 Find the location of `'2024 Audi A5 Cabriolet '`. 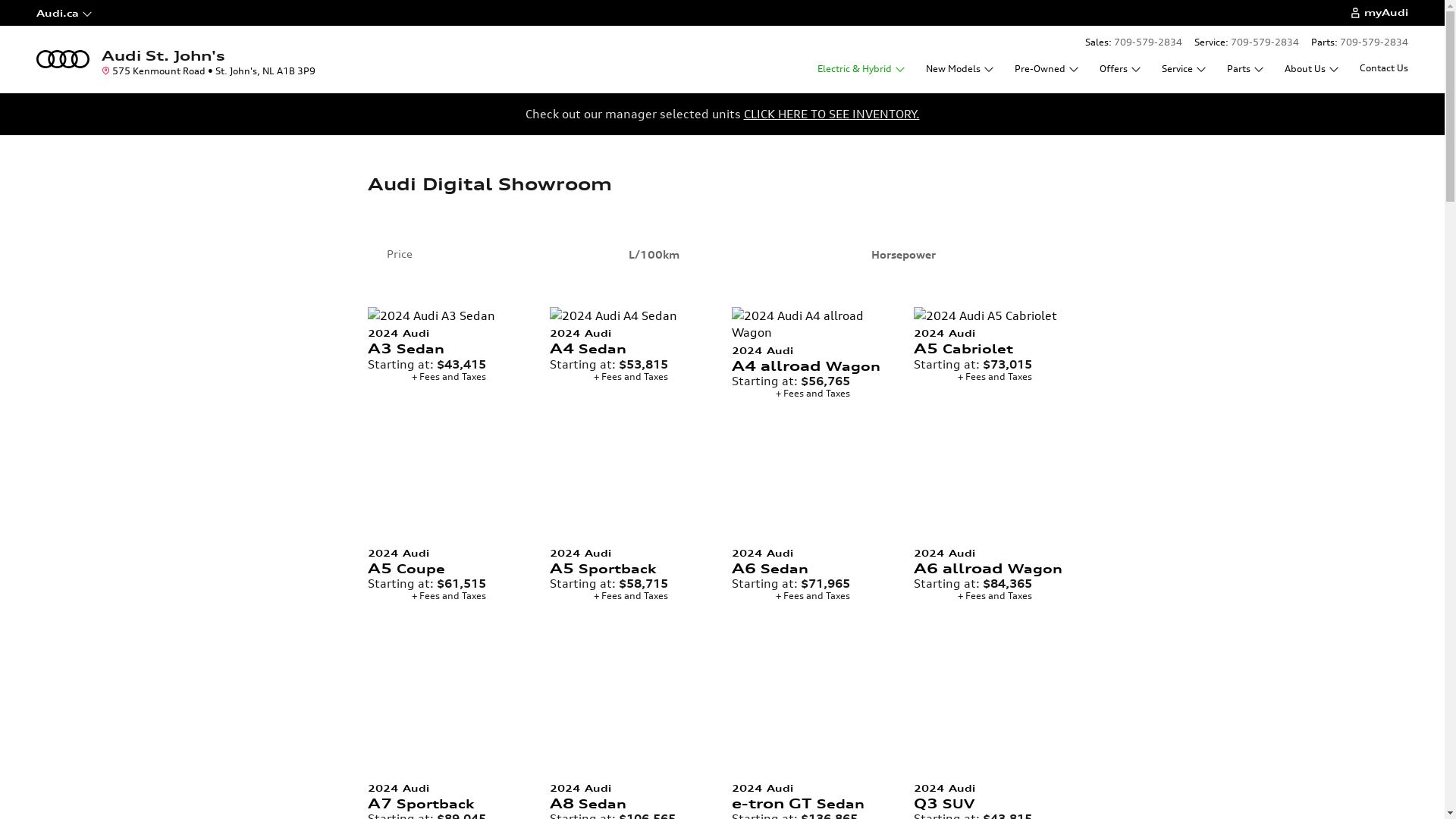

'2024 Audi A5 Cabriolet ' is located at coordinates (994, 314).